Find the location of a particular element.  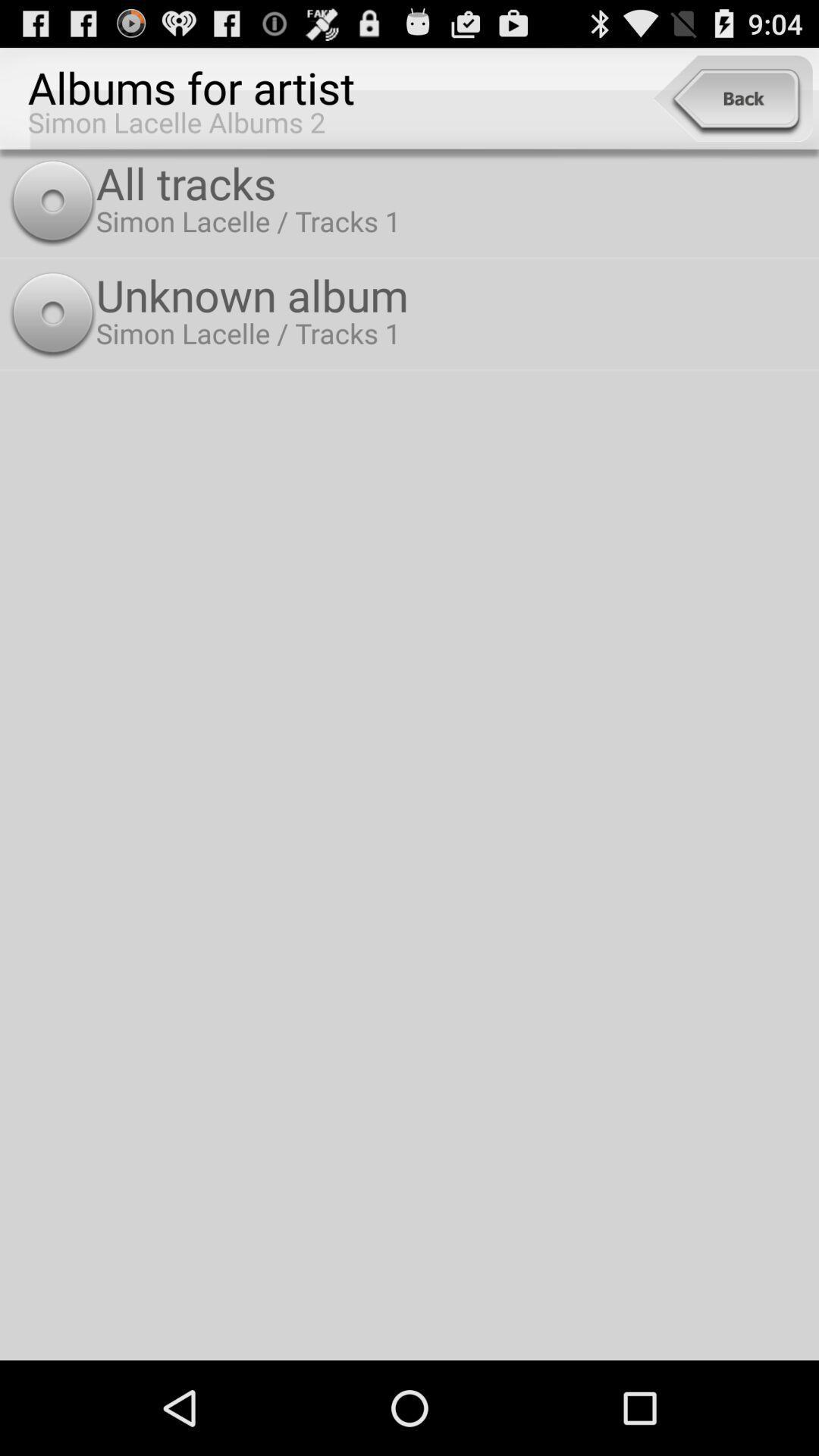

all tracks item is located at coordinates (453, 182).